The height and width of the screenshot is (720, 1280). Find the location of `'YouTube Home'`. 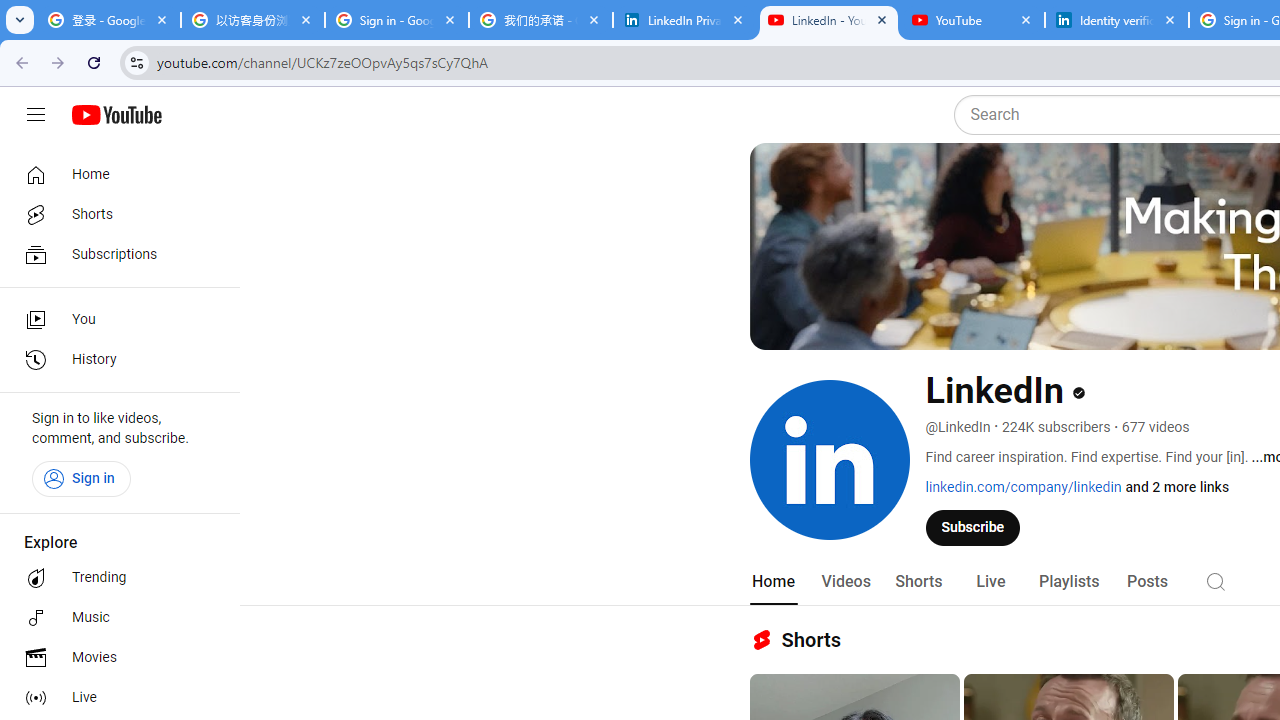

'YouTube Home' is located at coordinates (115, 115).